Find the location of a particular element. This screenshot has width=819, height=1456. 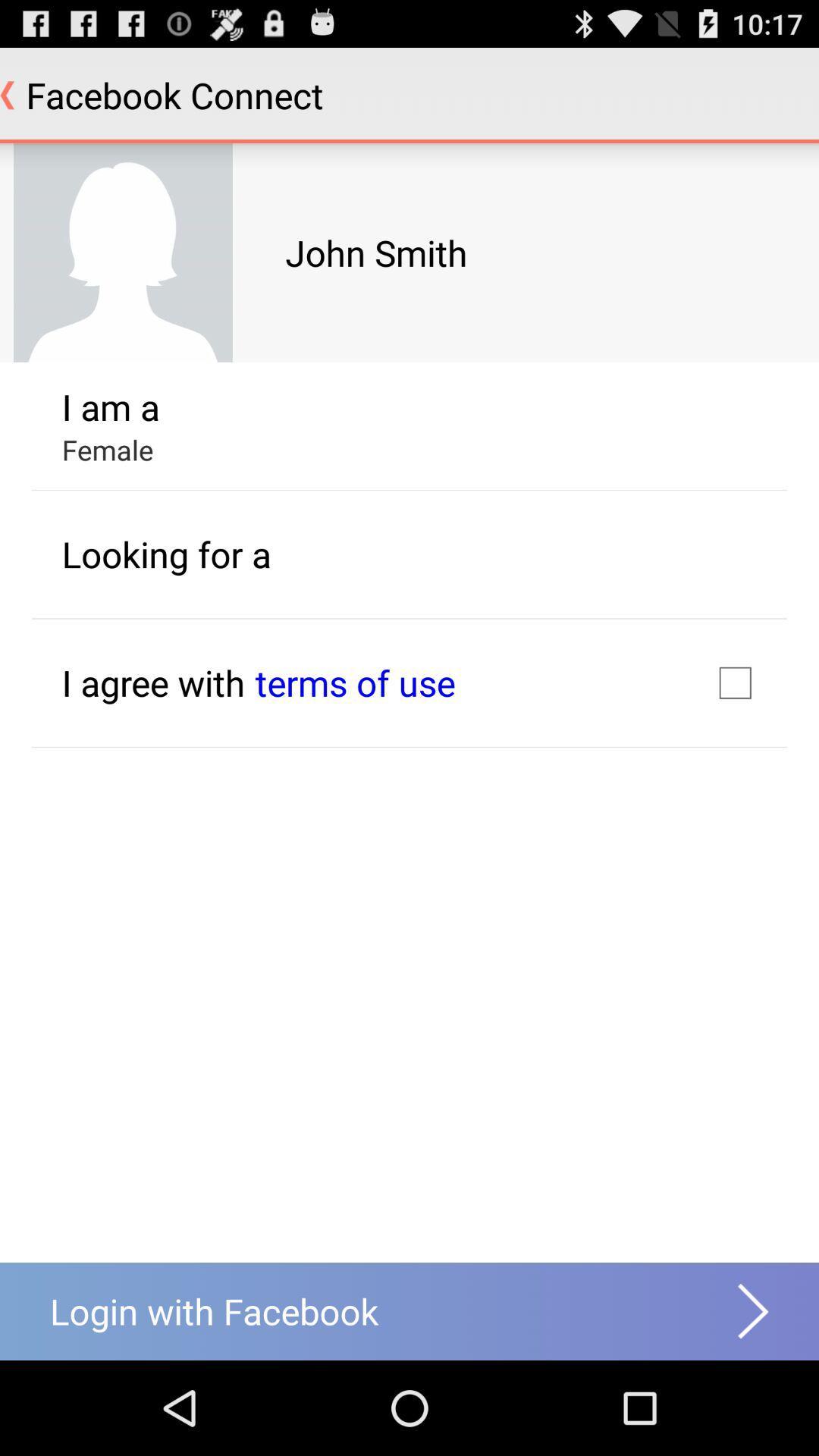

the item to the right of the terms of use item is located at coordinates (734, 682).